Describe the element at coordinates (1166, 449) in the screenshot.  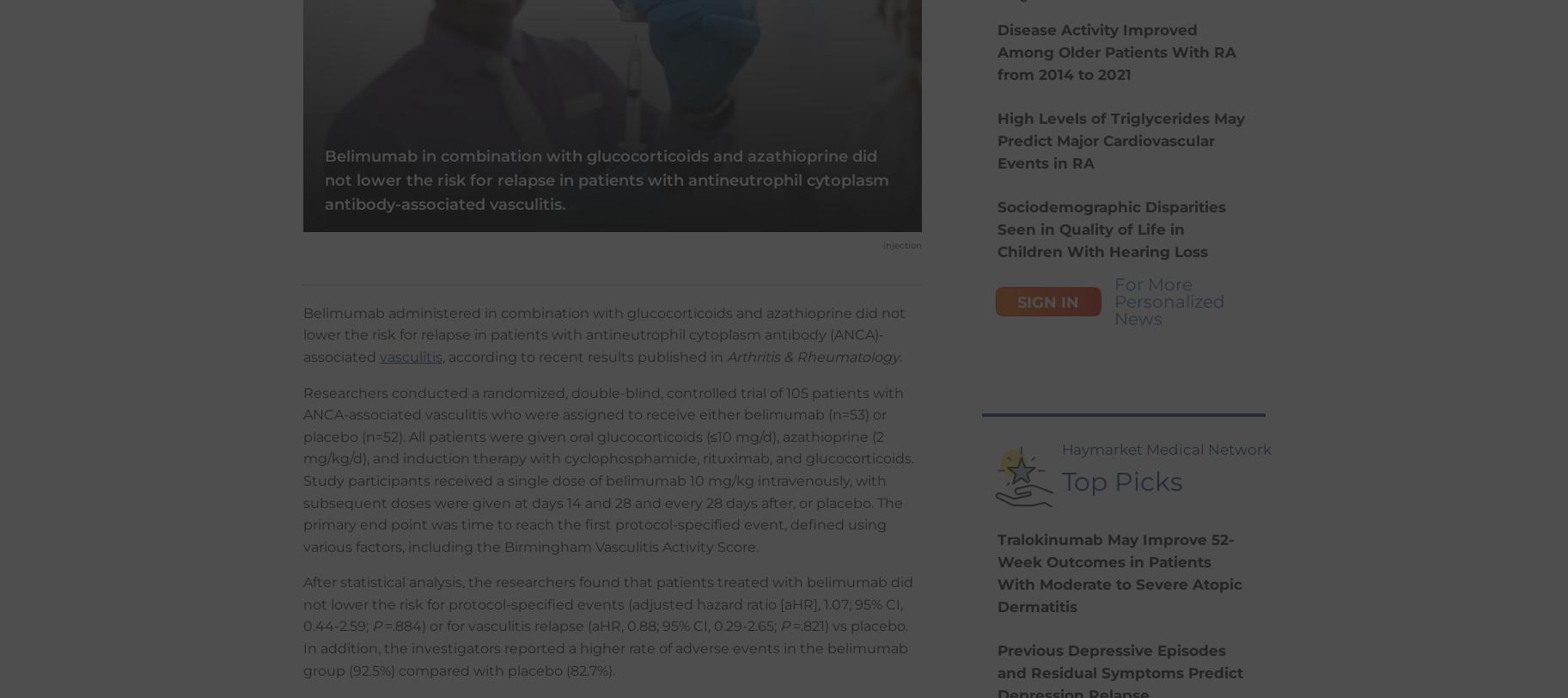
I see `'Haymarket Medical Network'` at that location.